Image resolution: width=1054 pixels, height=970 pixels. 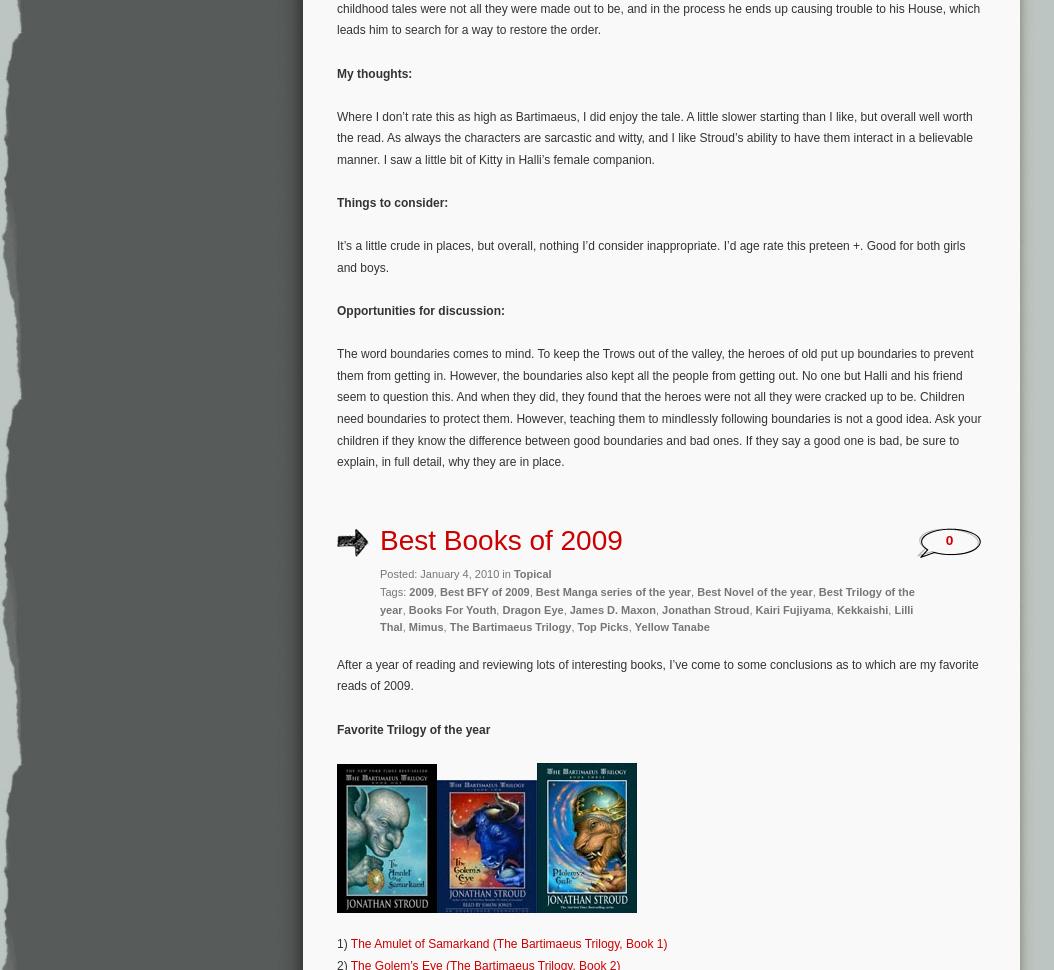 I want to click on 'The word boundaries comes to mind. To keep the Trows out of the valley, the heroes of old put up boundaries to prevent them from getting in. However, the boundaries also kept all the people from getting out. No one but Halli and his friend seem to question this. And when they did, they found that the heroes were not all they were cracked up to be. Children need boundaries to protect them. However, teaching them to mindlessly following boundaries is not a good idea. Ask your children if they know the difference between good boundaries and bad ones. If they say a good one is bad, be sure to explain, in full detail, why they are in place.', so click(x=336, y=407).